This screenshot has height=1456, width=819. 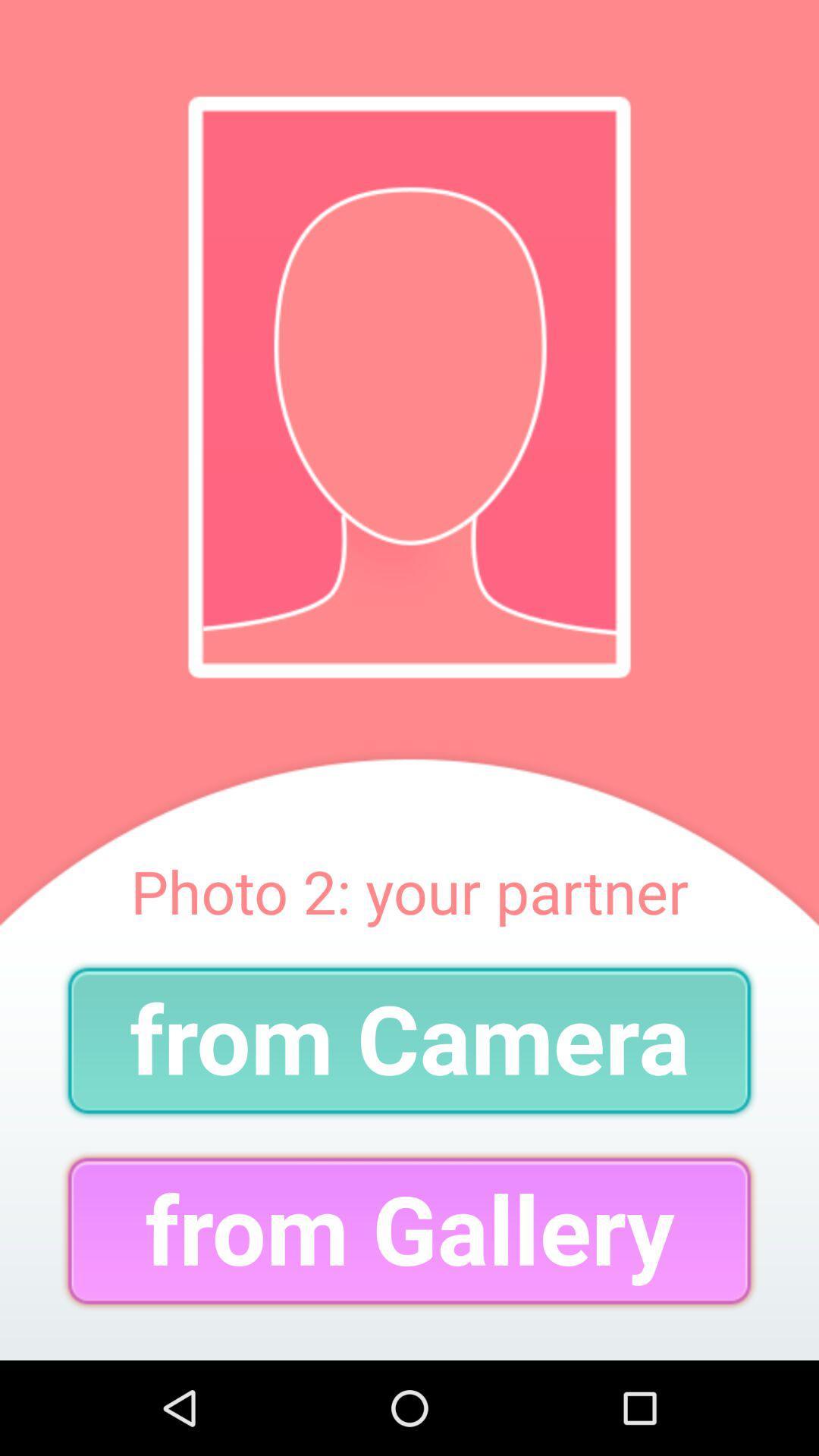 I want to click on the item below the from camera, so click(x=409, y=1231).